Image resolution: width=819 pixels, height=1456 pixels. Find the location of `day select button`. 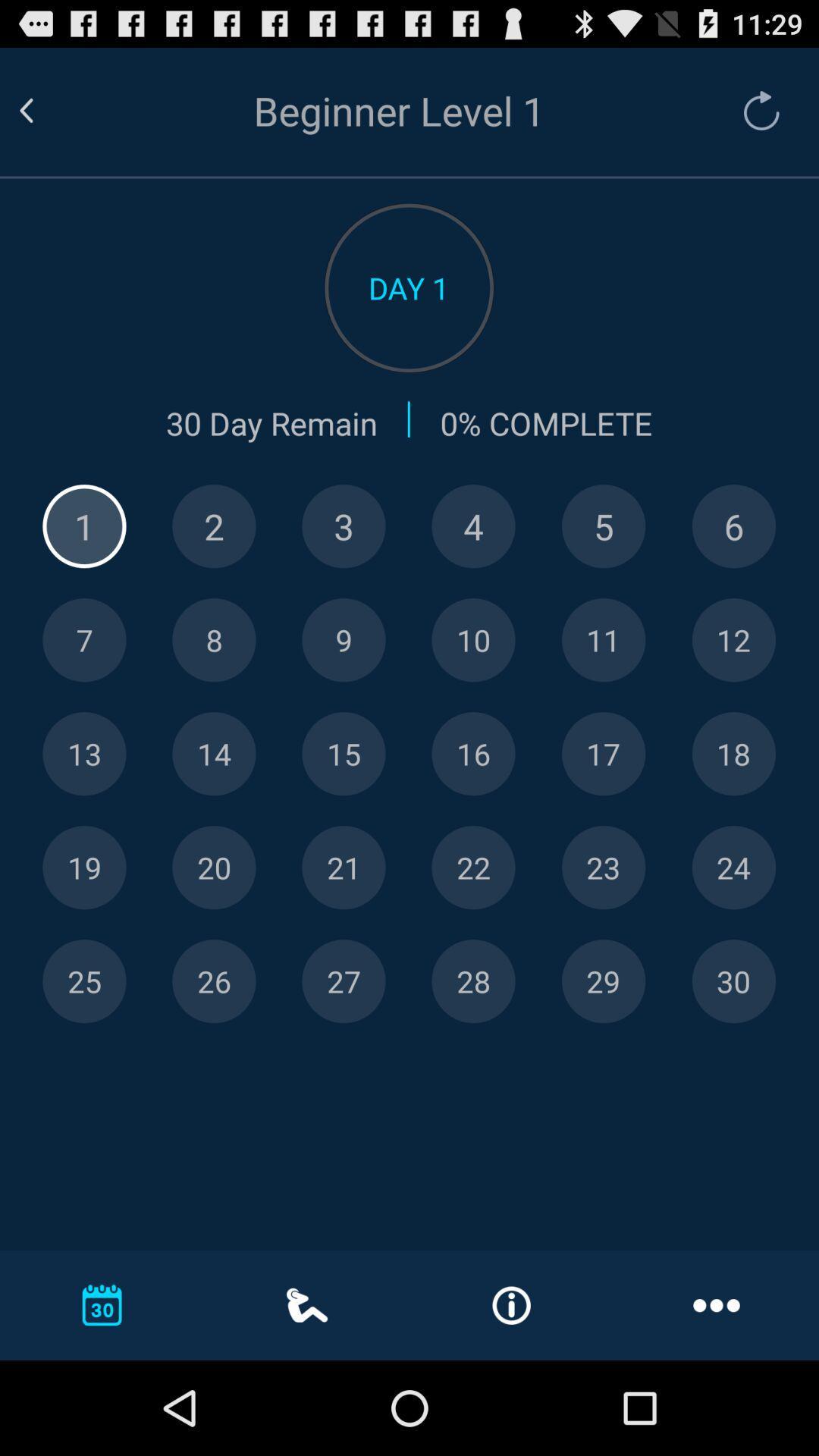

day select button is located at coordinates (472, 981).